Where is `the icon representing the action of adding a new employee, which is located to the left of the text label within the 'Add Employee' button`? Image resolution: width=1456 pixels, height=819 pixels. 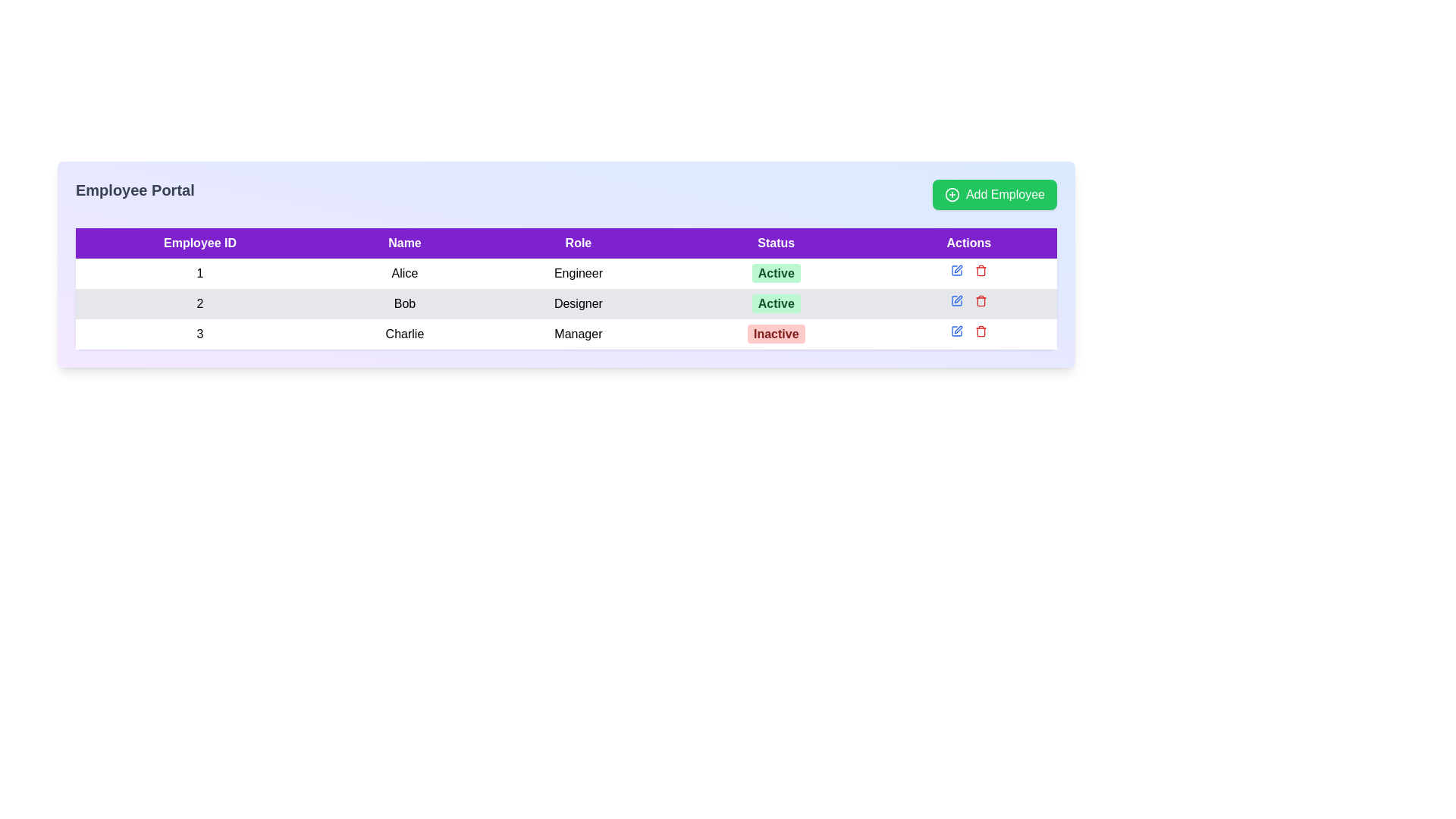
the icon representing the action of adding a new employee, which is located to the left of the text label within the 'Add Employee' button is located at coordinates (951, 194).